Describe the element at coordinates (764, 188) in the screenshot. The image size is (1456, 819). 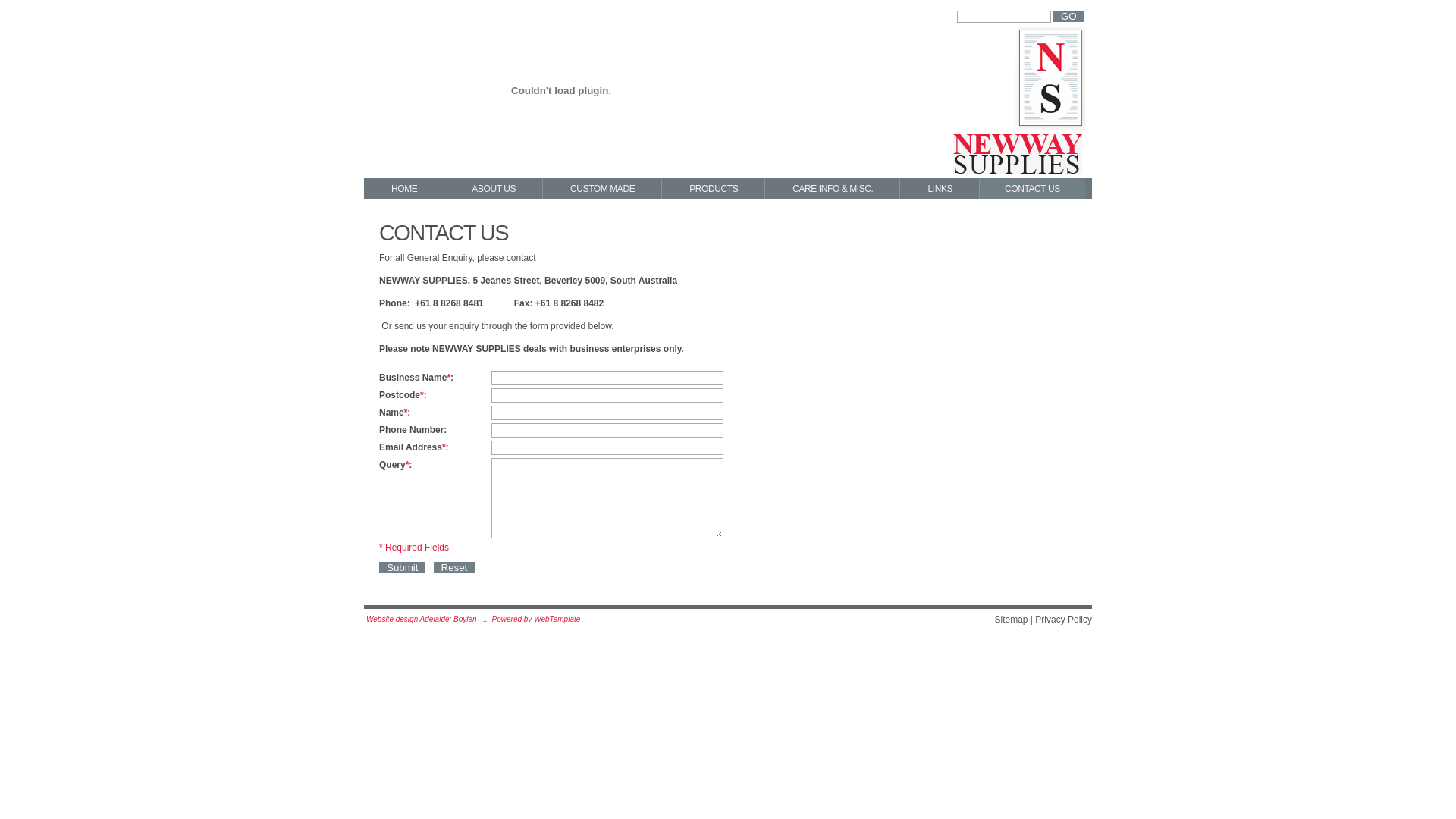
I see `'CARE INFO & MISC.'` at that location.